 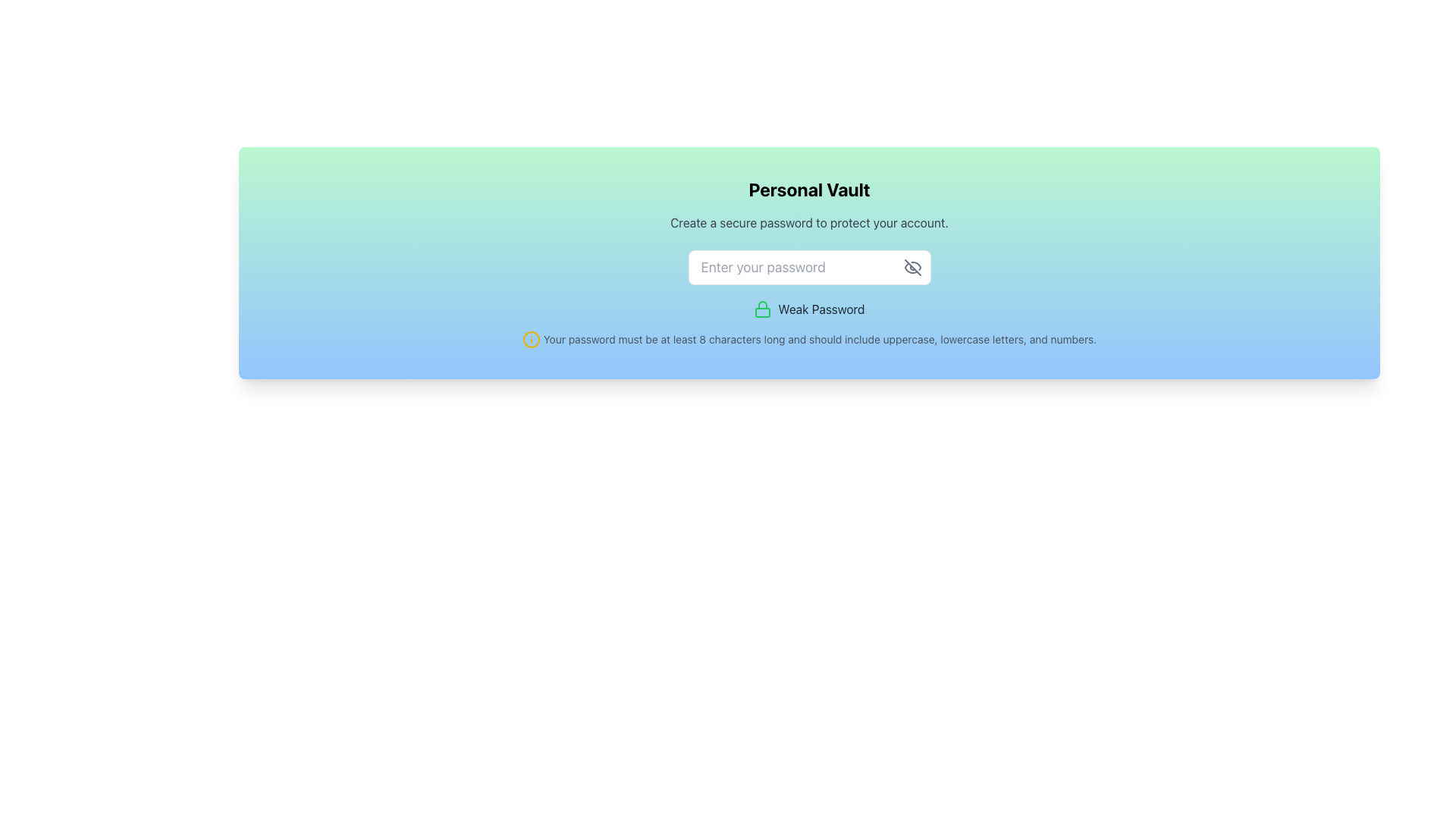 What do you see at coordinates (821, 309) in the screenshot?
I see `the text label indicating the security strength of the password, located to the right of the green lock icon` at bounding box center [821, 309].